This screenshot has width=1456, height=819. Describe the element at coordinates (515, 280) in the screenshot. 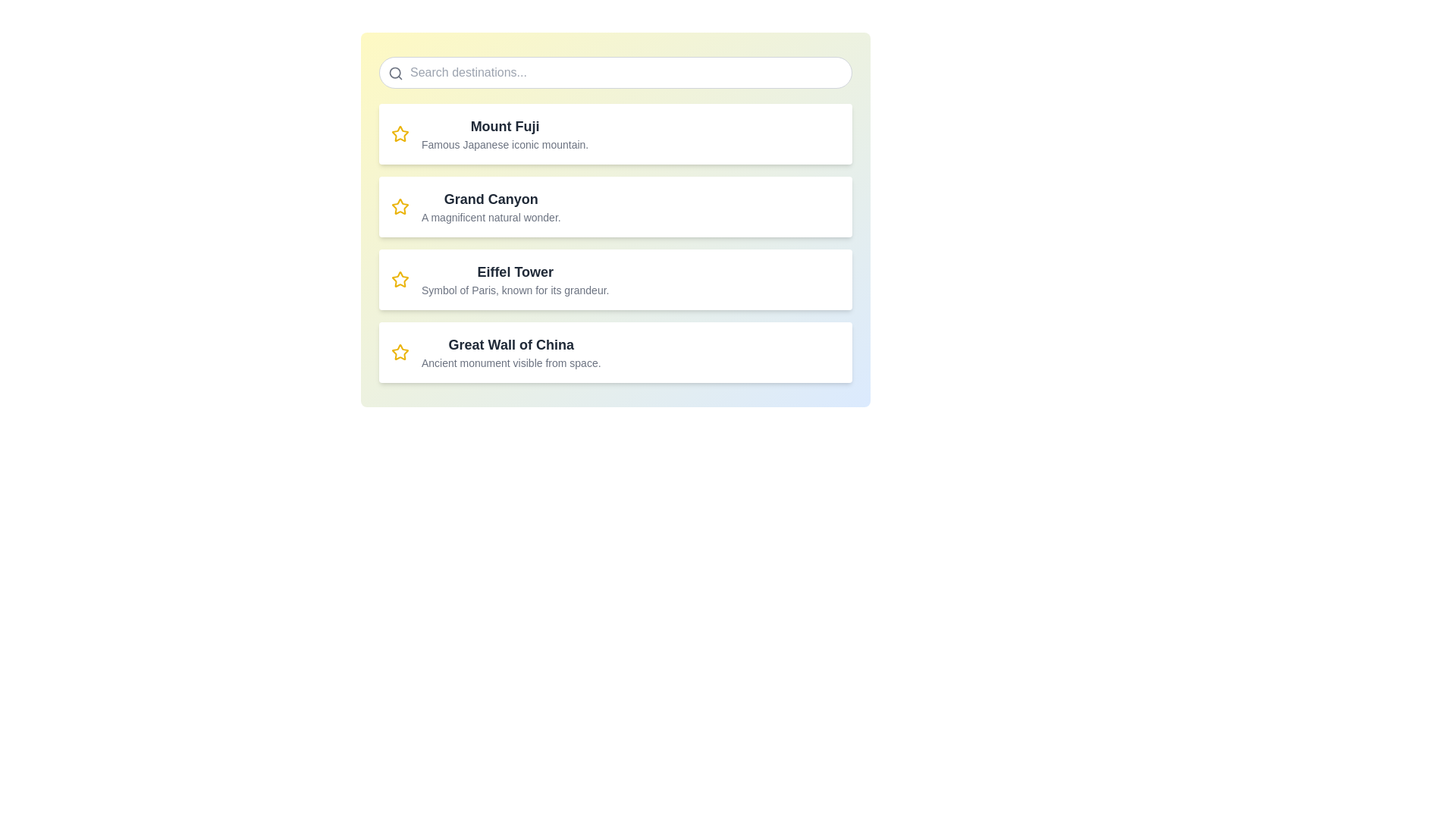

I see `the list item titled 'Eiffel Tower'` at that location.